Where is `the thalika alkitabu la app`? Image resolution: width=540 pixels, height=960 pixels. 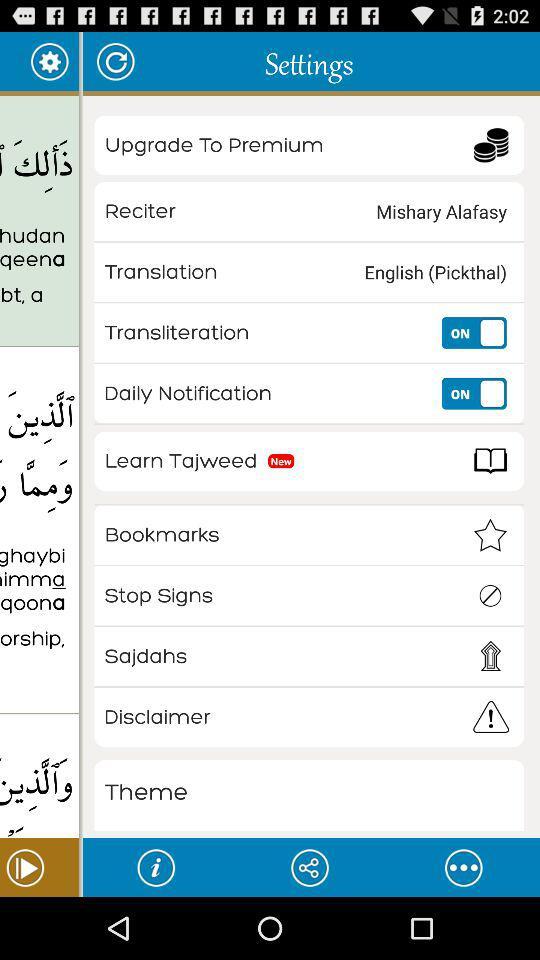
the thalika alkitabu la app is located at coordinates (39, 246).